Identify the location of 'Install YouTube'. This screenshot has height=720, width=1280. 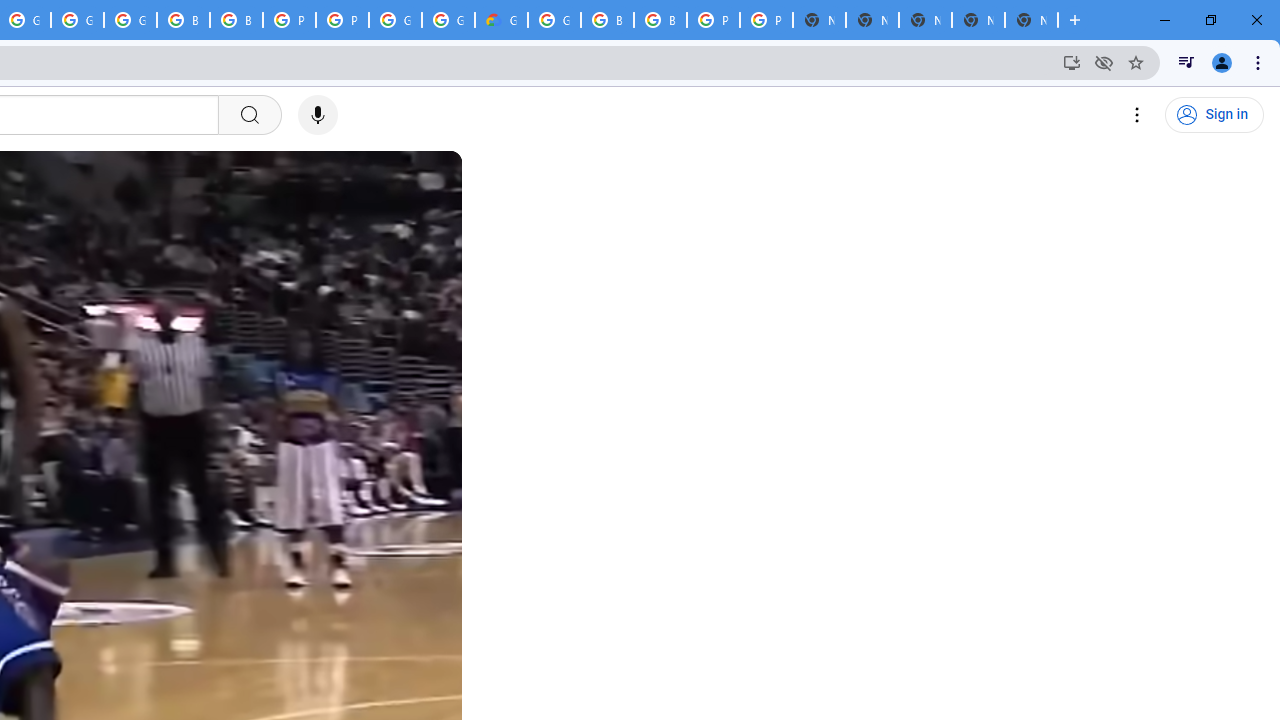
(1071, 61).